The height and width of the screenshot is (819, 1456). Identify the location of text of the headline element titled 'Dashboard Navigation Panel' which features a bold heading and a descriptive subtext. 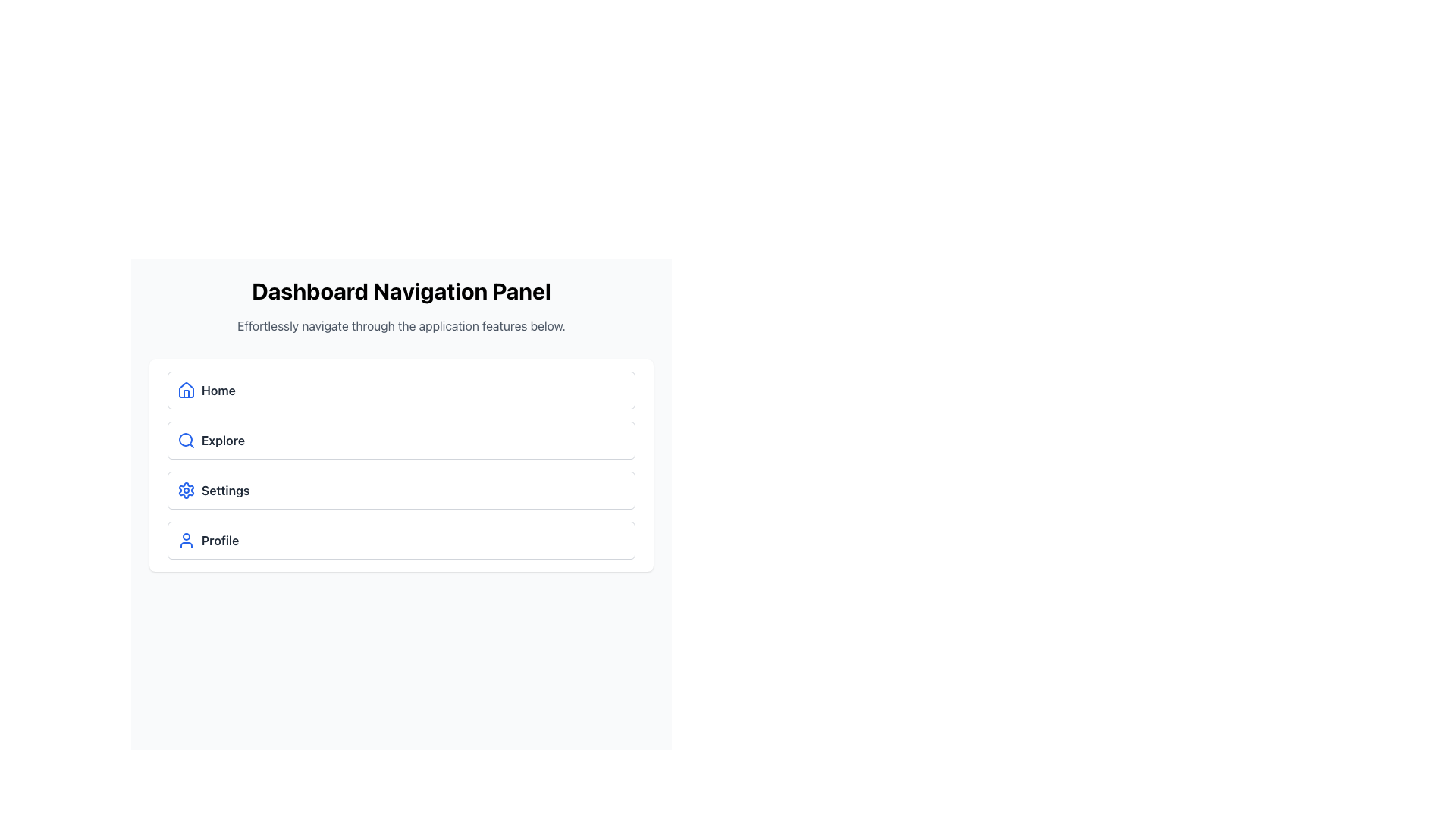
(401, 306).